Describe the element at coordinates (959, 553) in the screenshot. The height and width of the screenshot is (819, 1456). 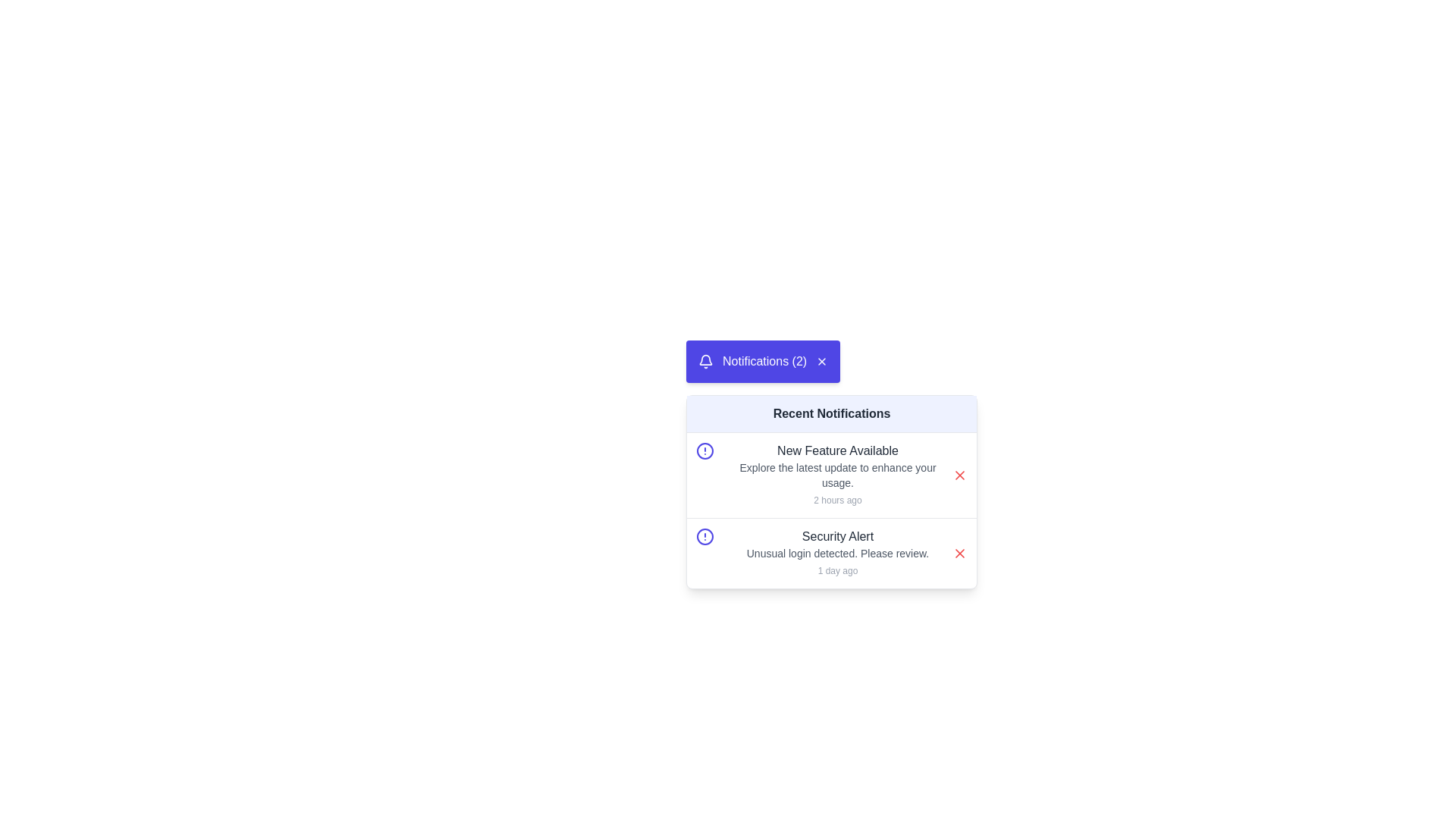
I see `the red 'X' icon button on the far right of the 'Security Alert' notification` at that location.